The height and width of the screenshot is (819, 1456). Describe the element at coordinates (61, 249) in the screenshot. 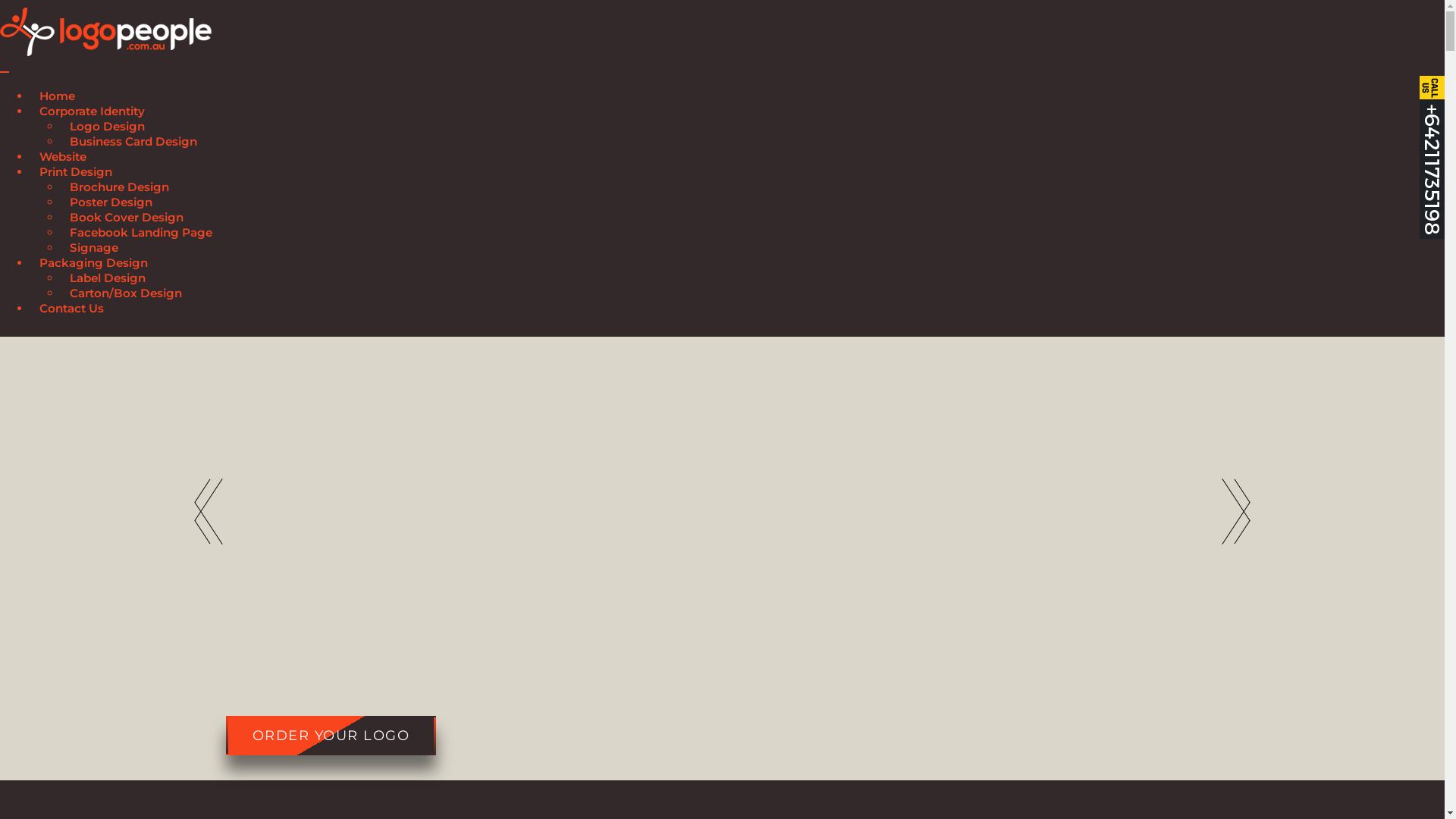

I see `'Signage'` at that location.